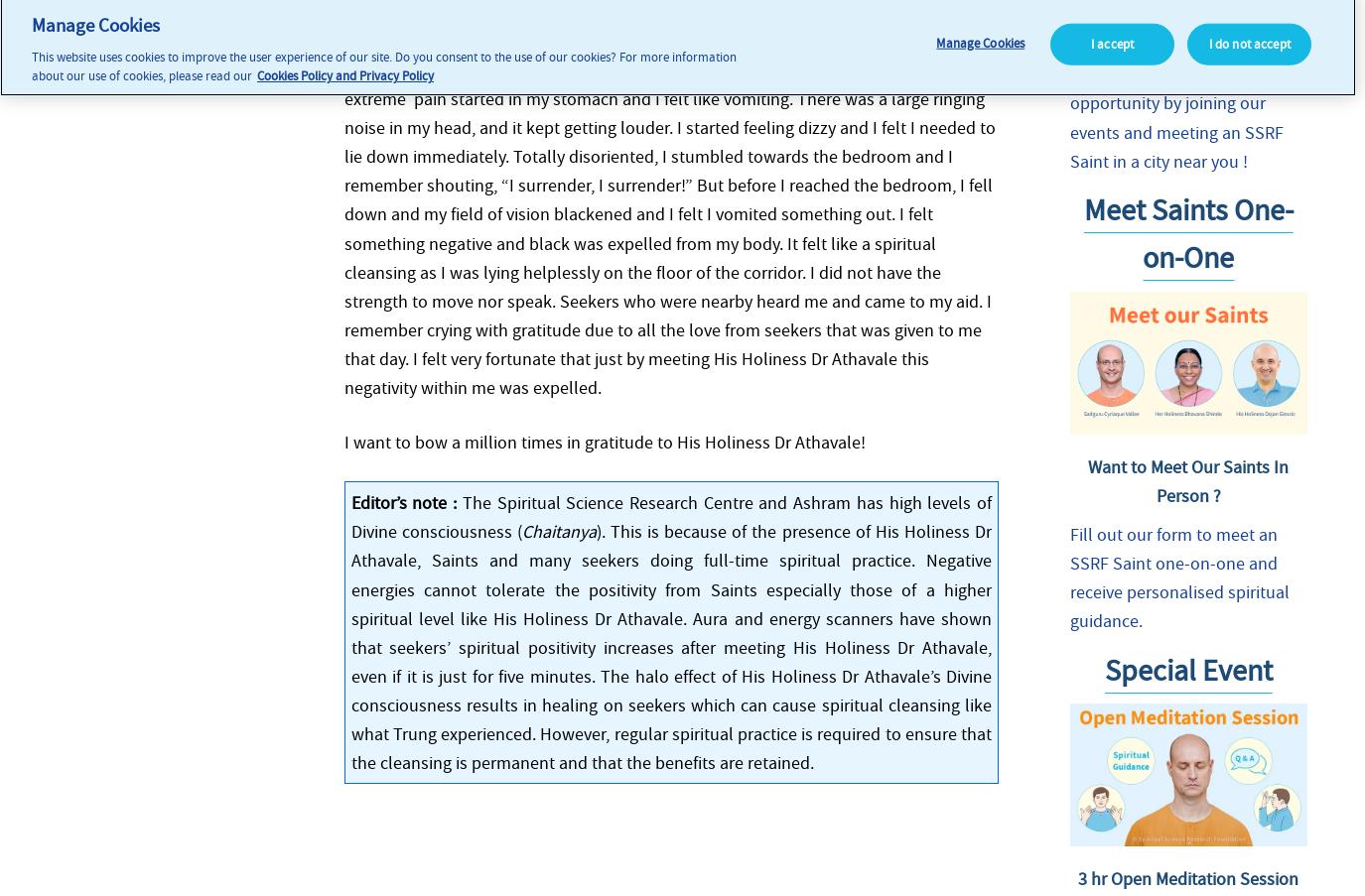  What do you see at coordinates (669, 645) in the screenshot?
I see `'). This is because of the presence of His Holiness Dr Athavale, Saints and many seekers doing full-time spiritual practice. Negative energies cannot tolerate the positivity from Saints especially those of a higher spiritual level like His Holiness Dr Athavale. Aura and energy scanners have shown that seekers’ spiritual positivity increases after meeting His Holiness Dr Athavale, even if it is just for five minutes. The halo effect of His Holiness Dr Athavale’s Divine consciousness results in healing on seekers which can cause spiritual cleansing like what Trung experienced. However, regular spiritual practice is required to ensure that the cleansing is permanent and that the benefits are retained.'` at bounding box center [669, 645].